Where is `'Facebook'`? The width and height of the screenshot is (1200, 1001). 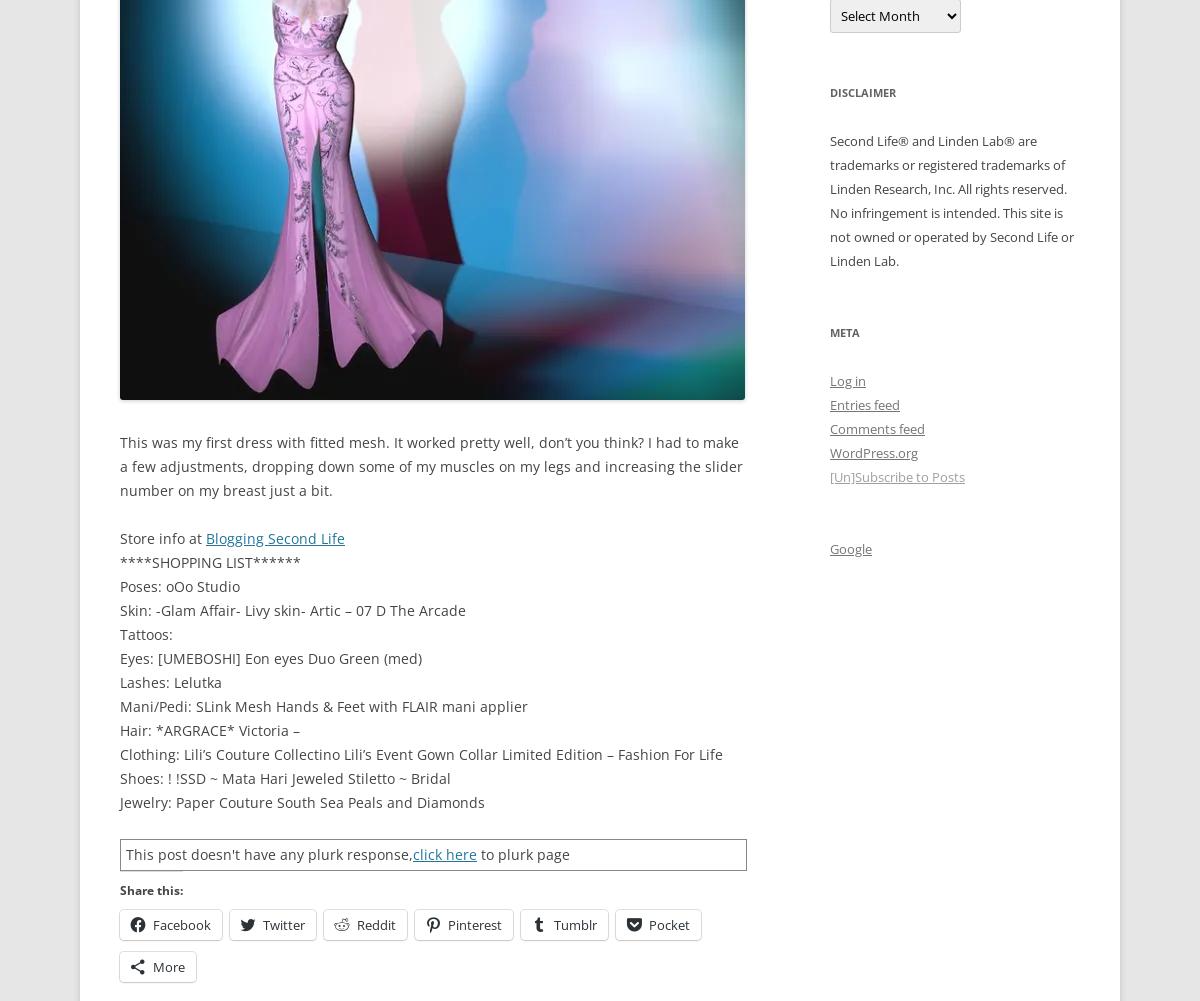 'Facebook' is located at coordinates (181, 925).